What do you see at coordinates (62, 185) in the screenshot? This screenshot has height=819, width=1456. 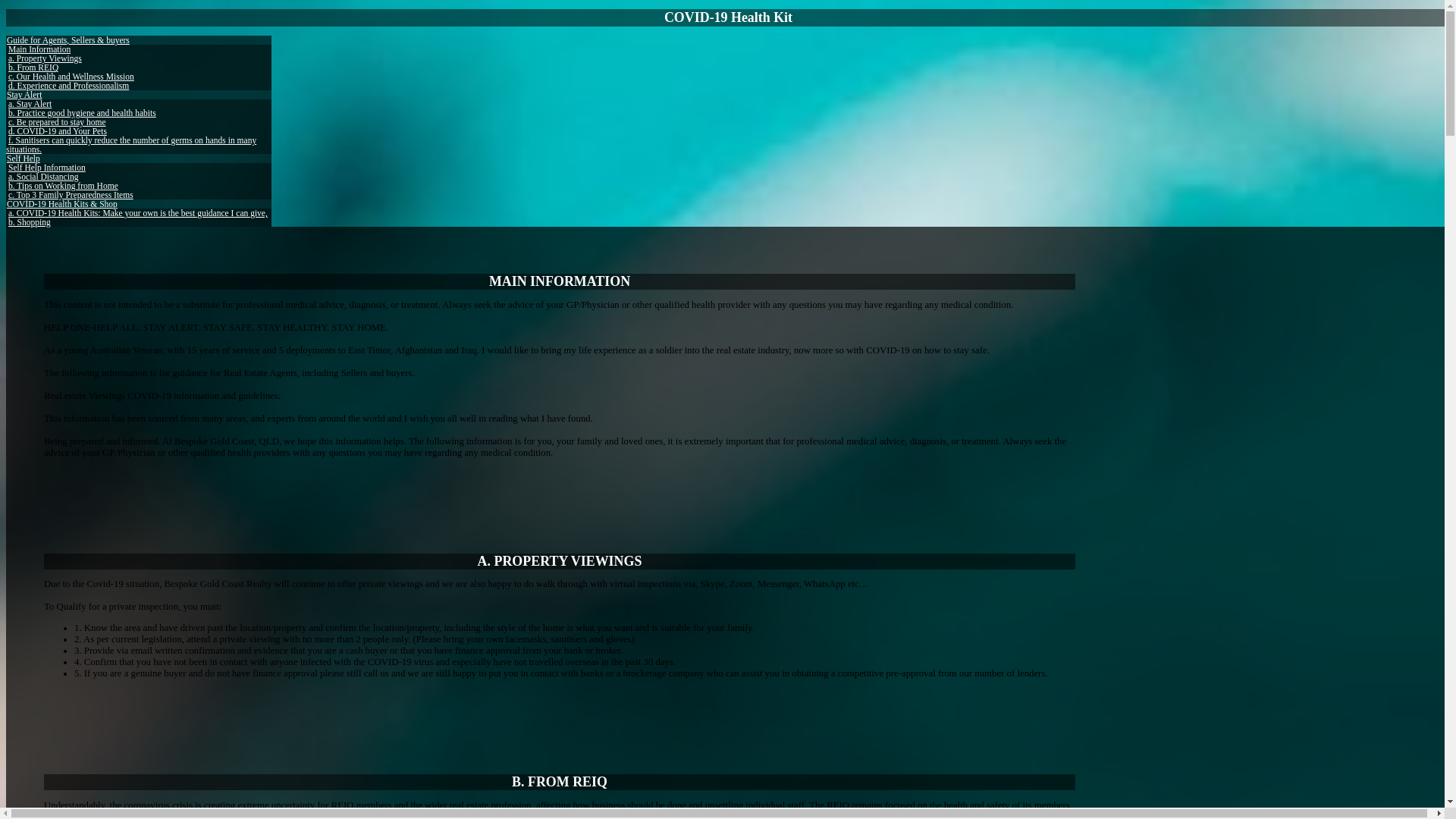 I see `'b. Tips on Working from Home'` at bounding box center [62, 185].